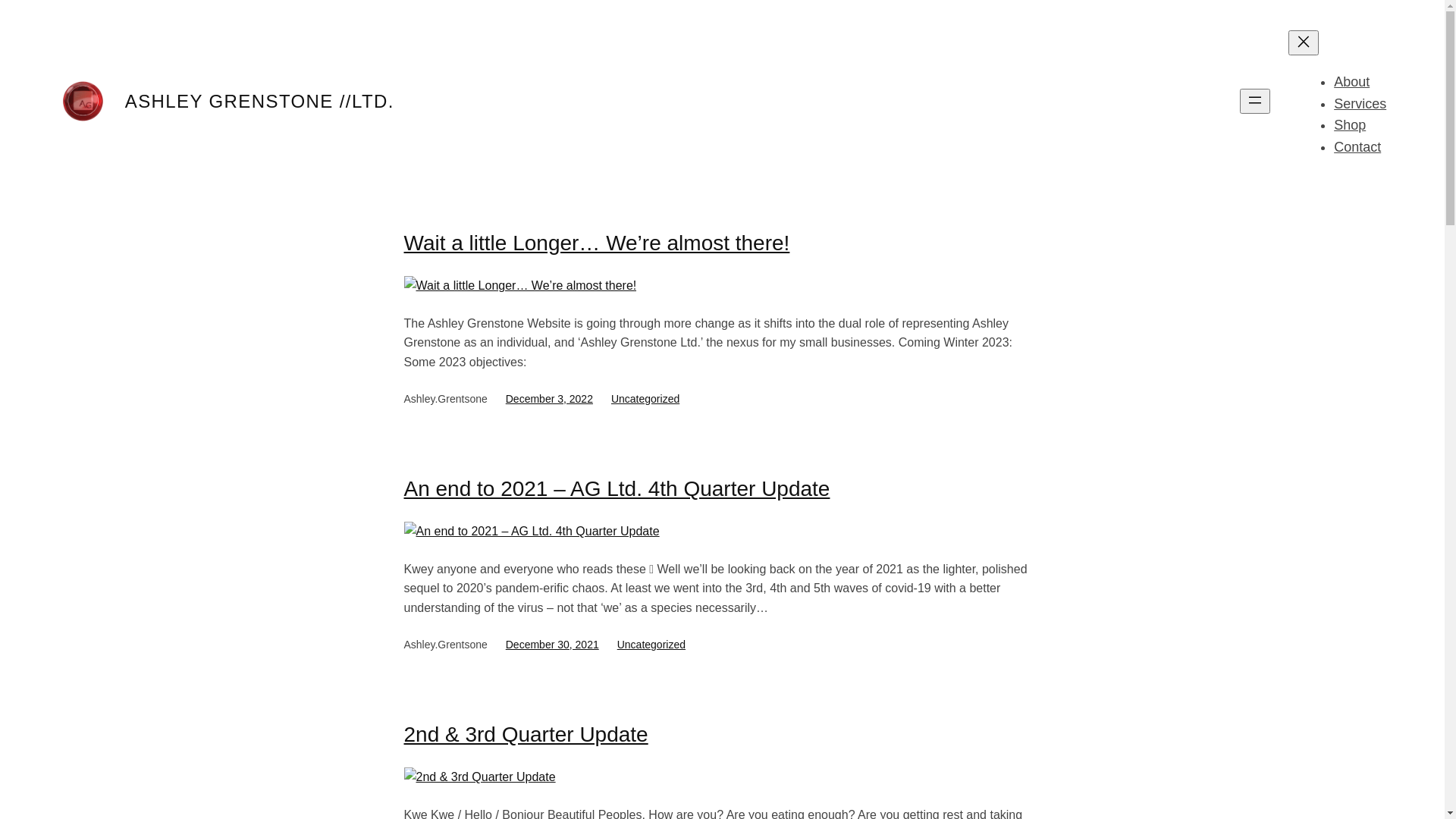 The image size is (1456, 819). I want to click on 'Uncategorized', so click(651, 644).